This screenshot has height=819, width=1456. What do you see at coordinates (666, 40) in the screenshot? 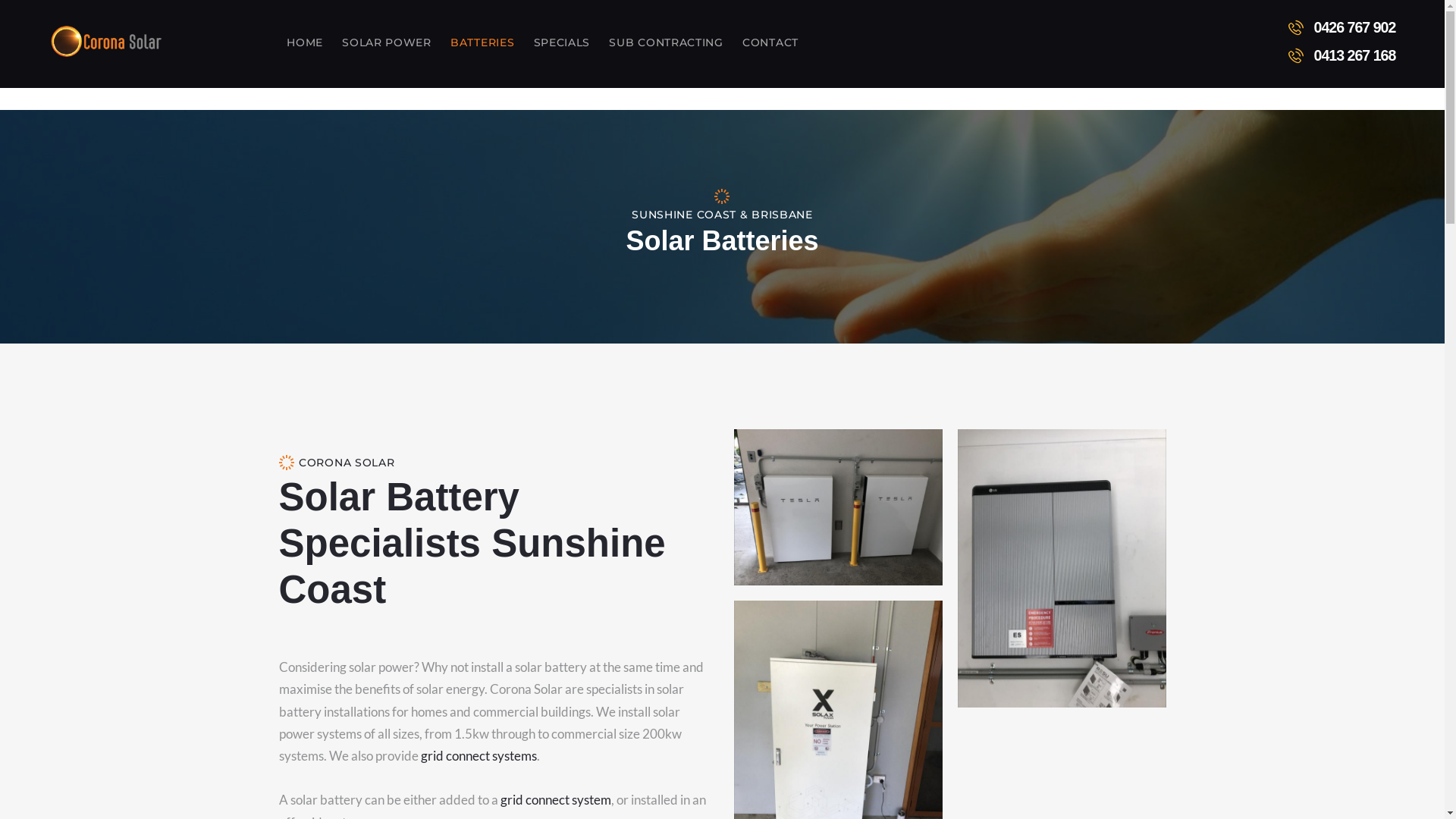
I see `'SUB CONTRACTING'` at bounding box center [666, 40].